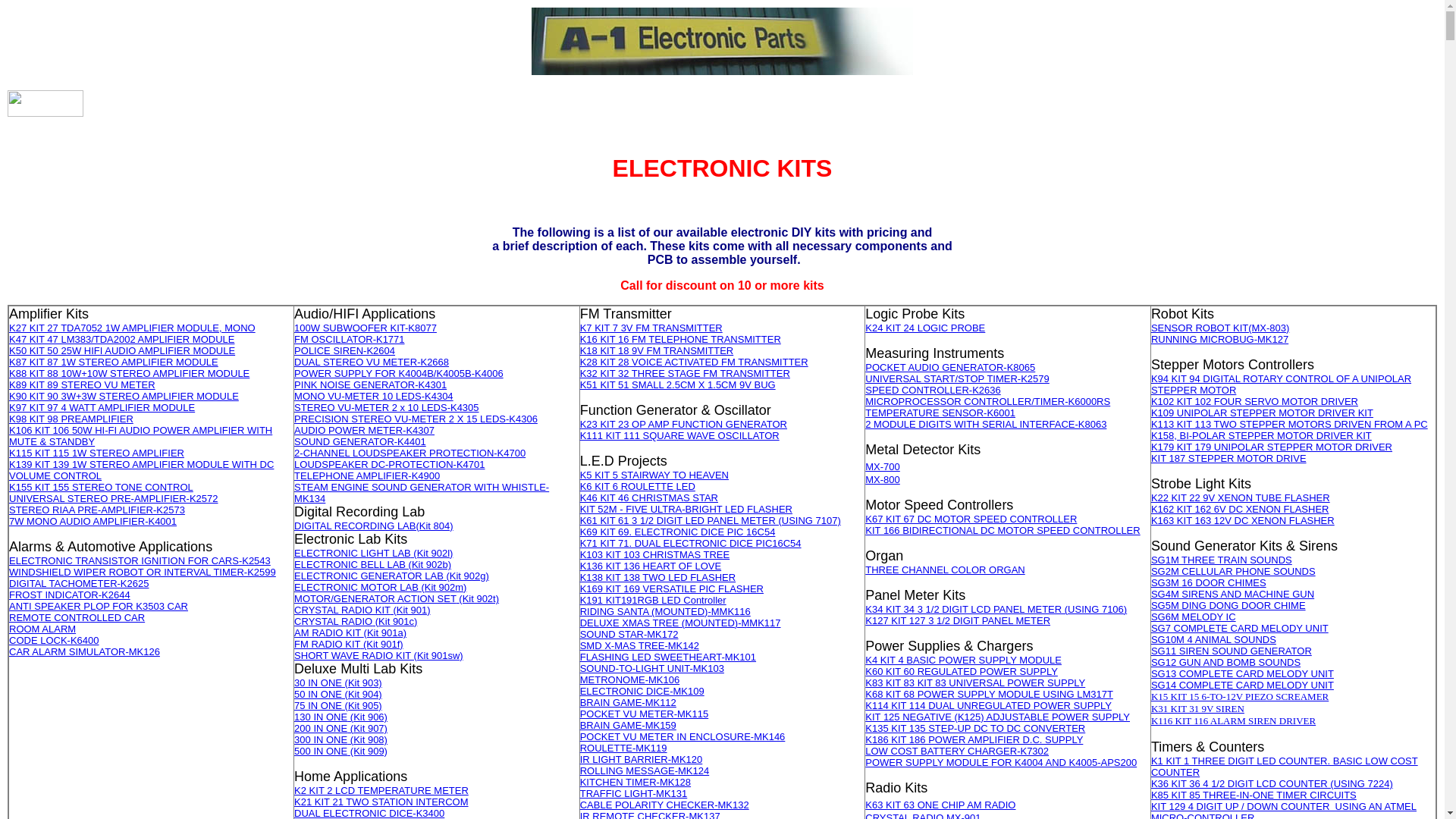  Describe the element at coordinates (294, 350) in the screenshot. I see `'POLICE SIREN-K2604'` at that location.